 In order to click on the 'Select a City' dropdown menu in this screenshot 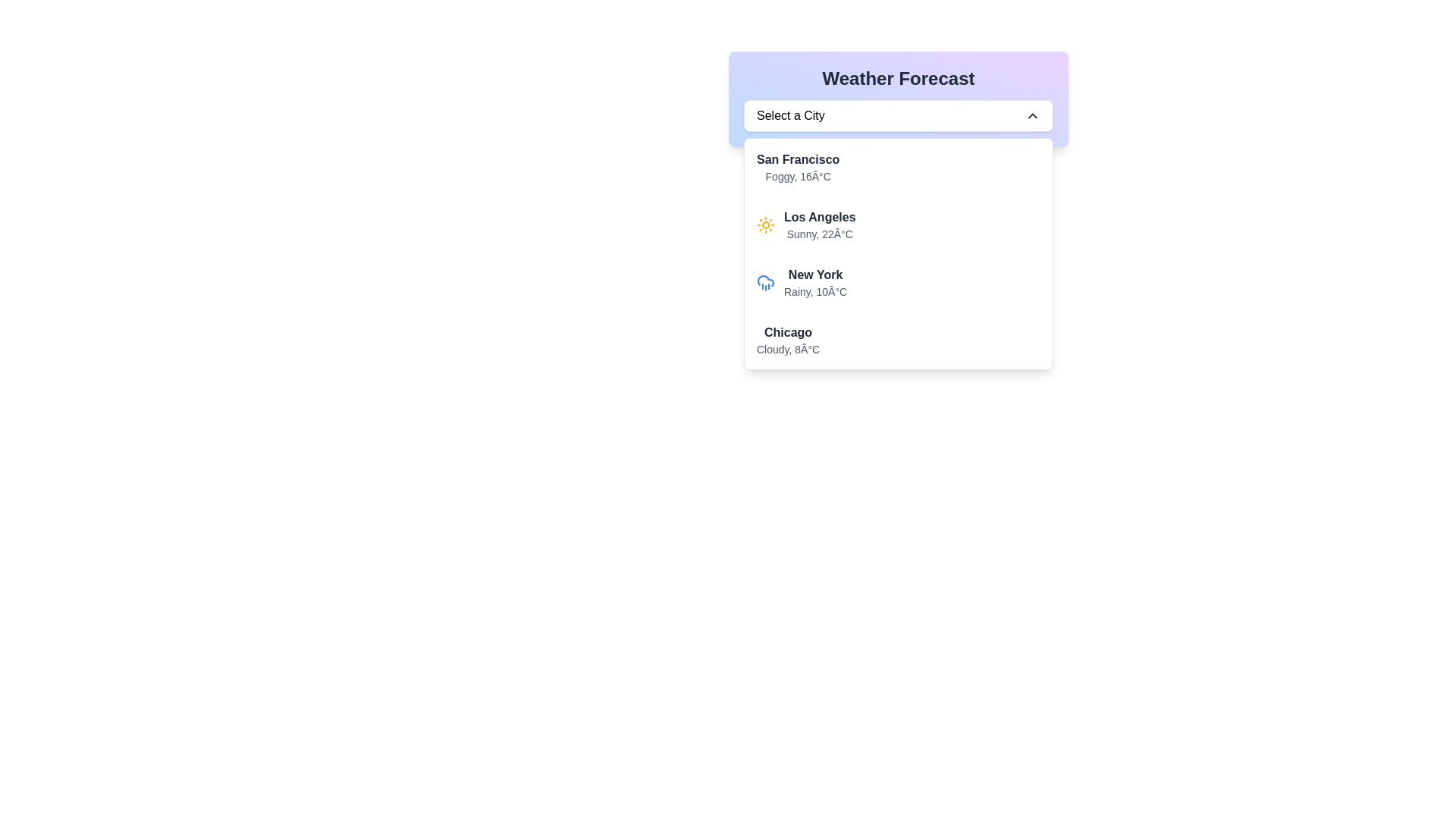, I will do `click(899, 115)`.